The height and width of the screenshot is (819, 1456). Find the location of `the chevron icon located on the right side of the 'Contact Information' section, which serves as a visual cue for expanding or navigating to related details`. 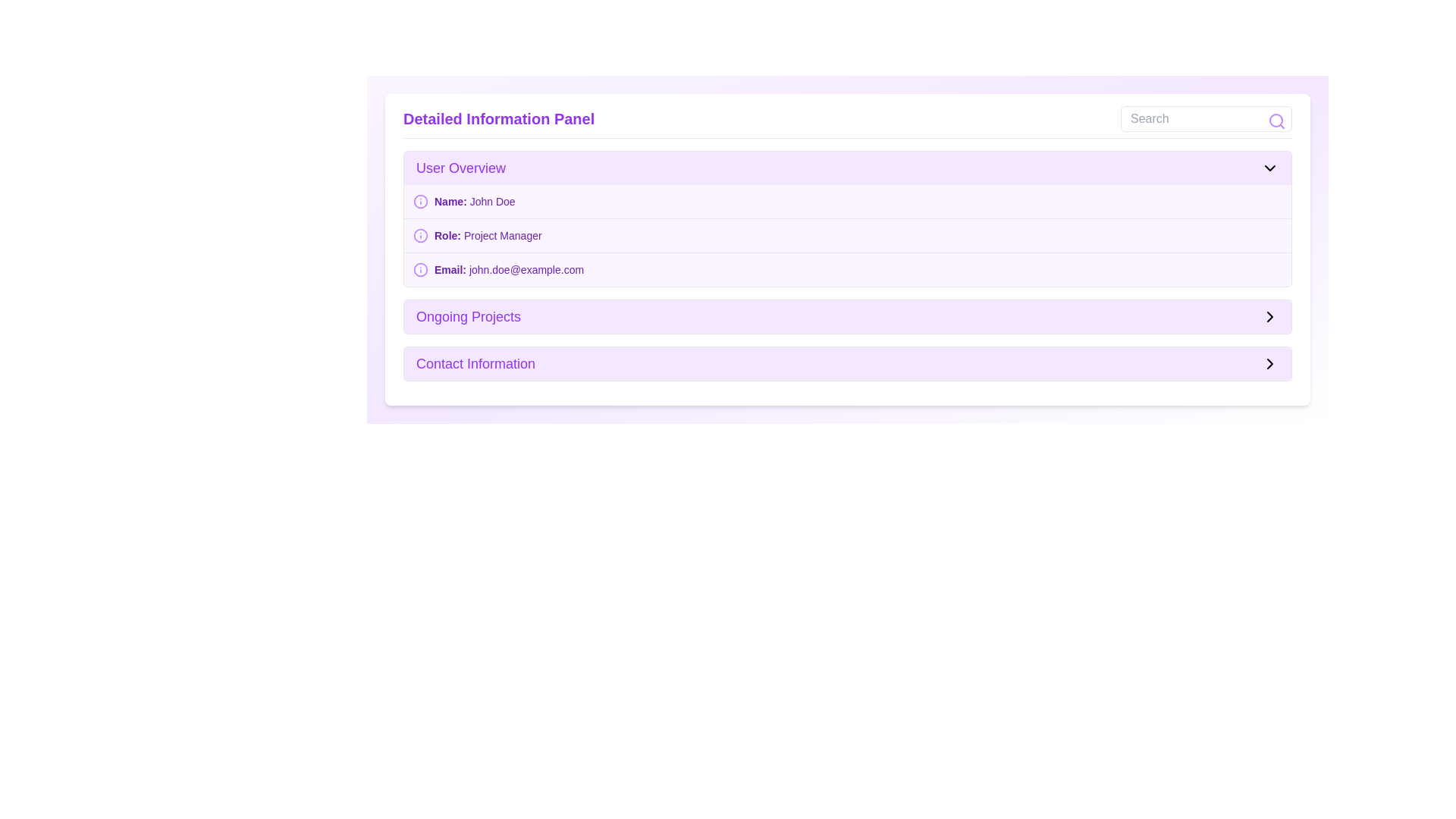

the chevron icon located on the right side of the 'Contact Information' section, which serves as a visual cue for expanding or navigating to related details is located at coordinates (1270, 363).